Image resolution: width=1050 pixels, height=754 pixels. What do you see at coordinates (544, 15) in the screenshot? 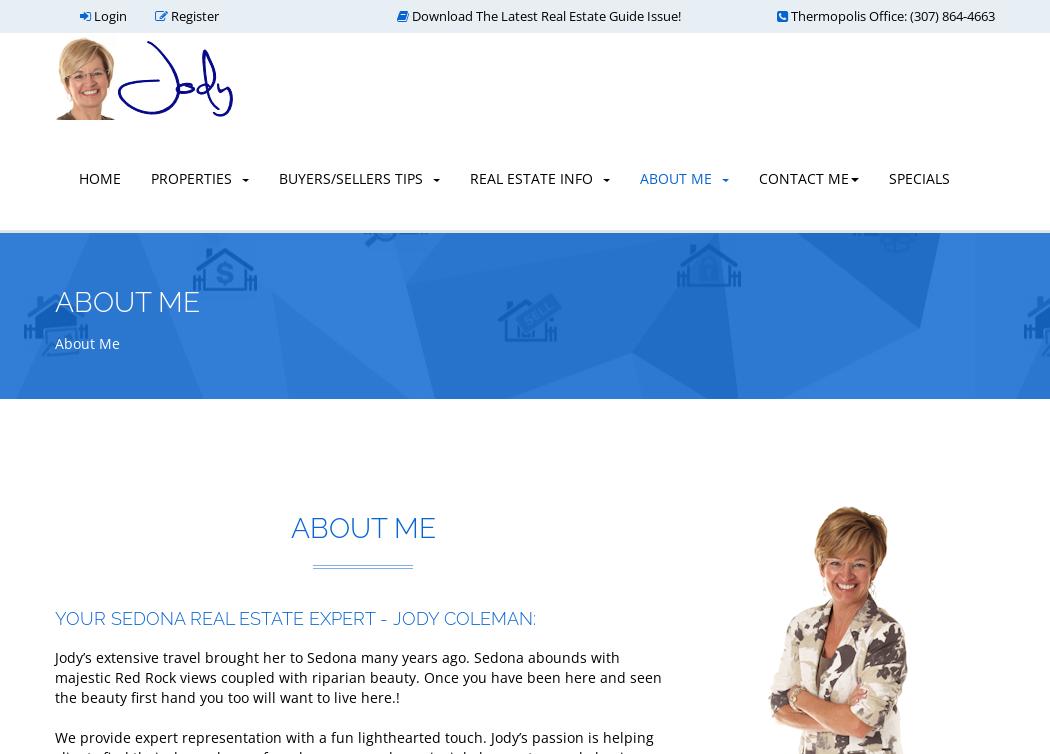
I see `'Download The Latest Real Estate Guide Issue!'` at bounding box center [544, 15].